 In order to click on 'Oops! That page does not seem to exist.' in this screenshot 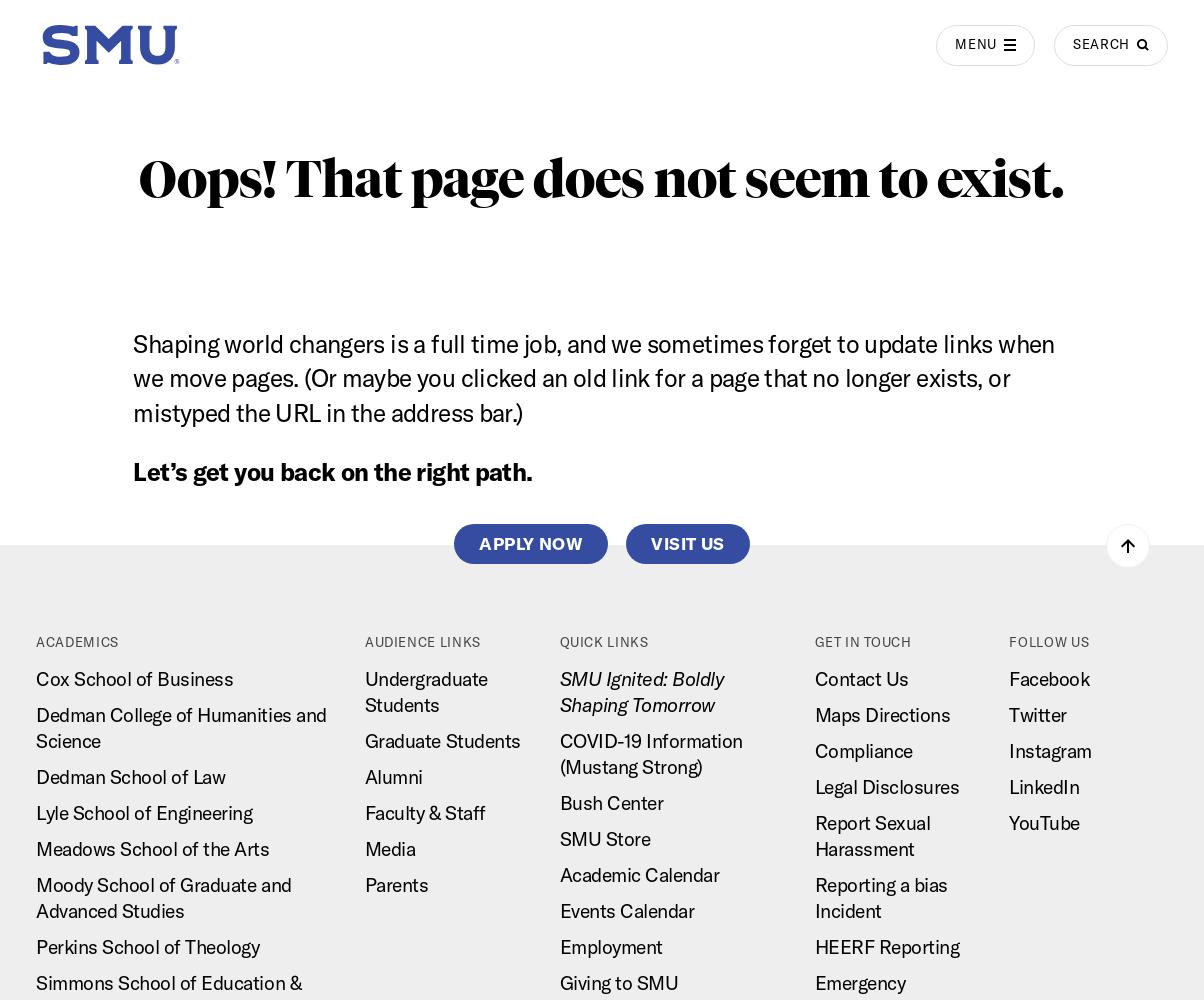, I will do `click(602, 178)`.